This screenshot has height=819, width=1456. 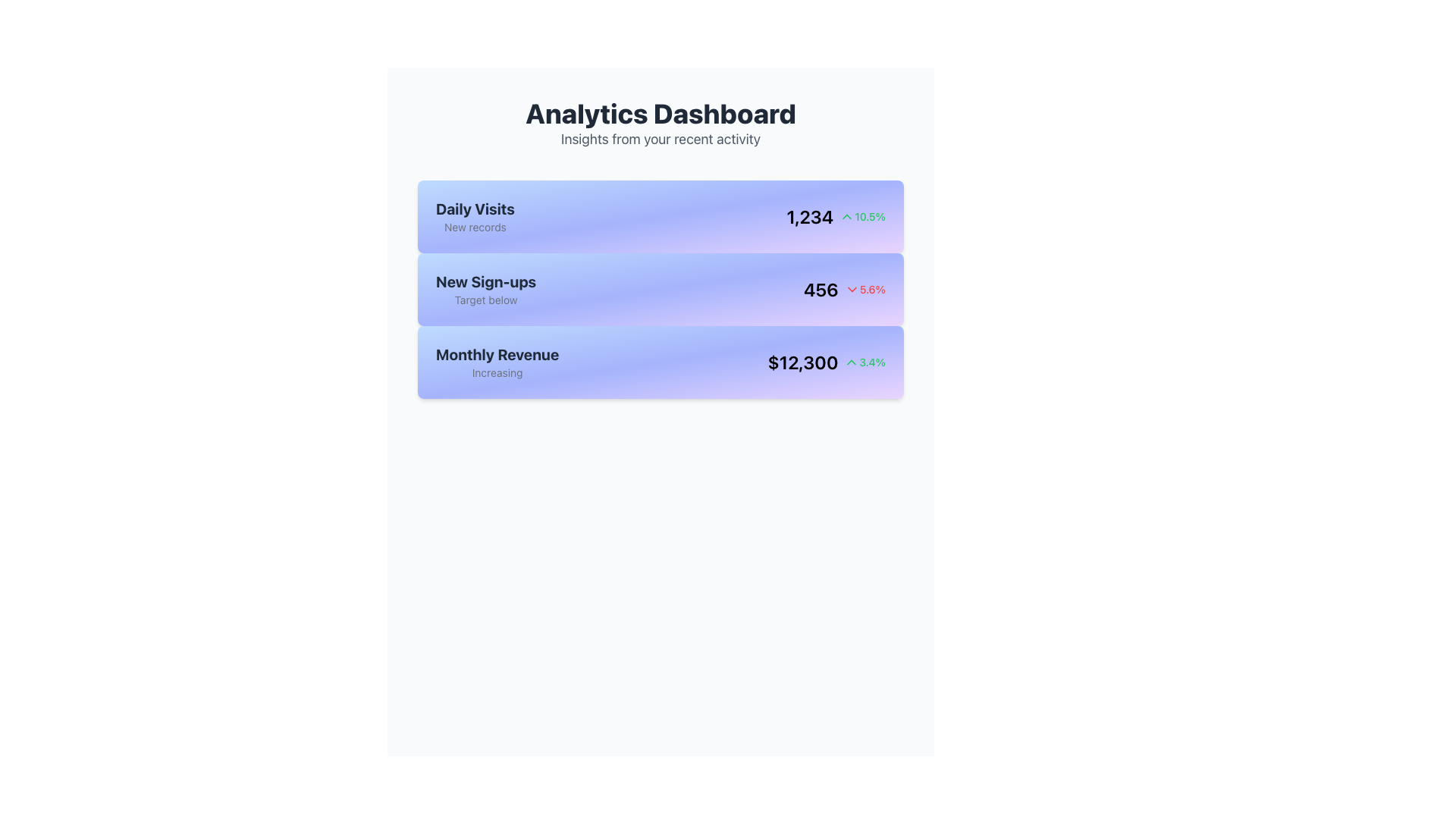 I want to click on Text and Icon Display element showing statistical data for 'New Sign-ups', which indicates a count of 456 and a percentage change of -5.6%, located in the right section of the component, so click(x=843, y=289).